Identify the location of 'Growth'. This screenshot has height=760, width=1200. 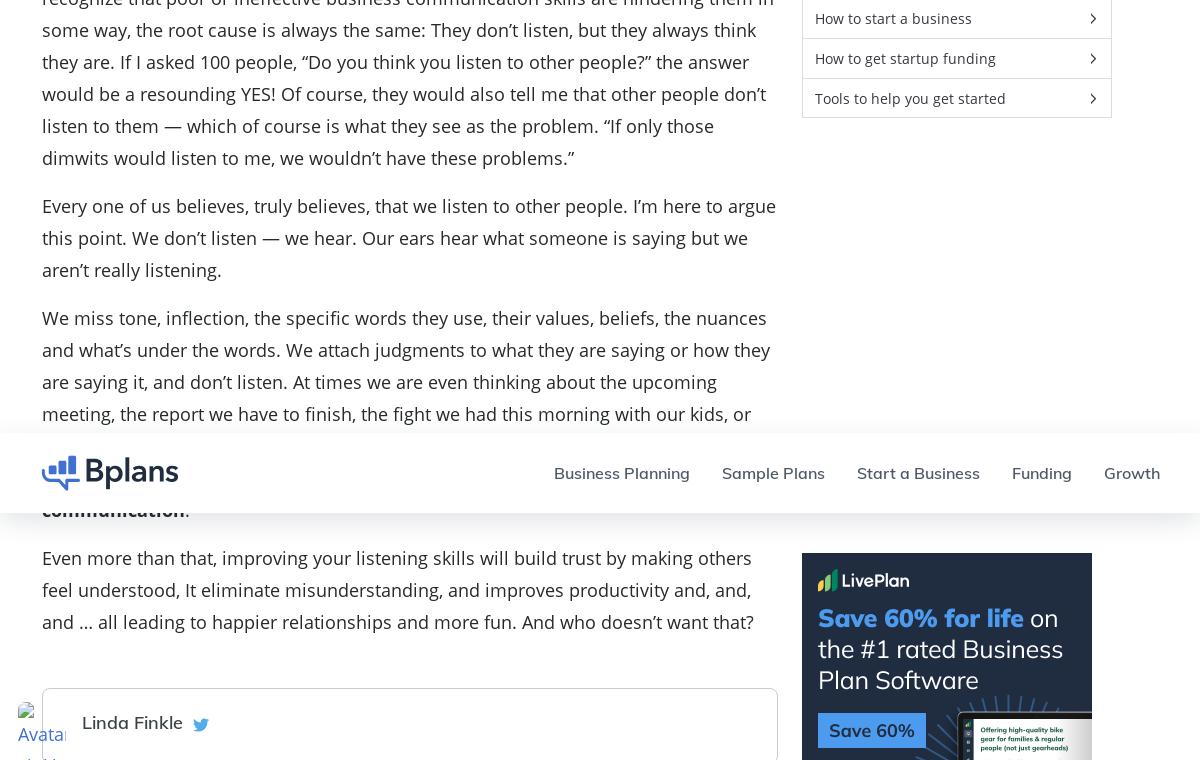
(566, 190).